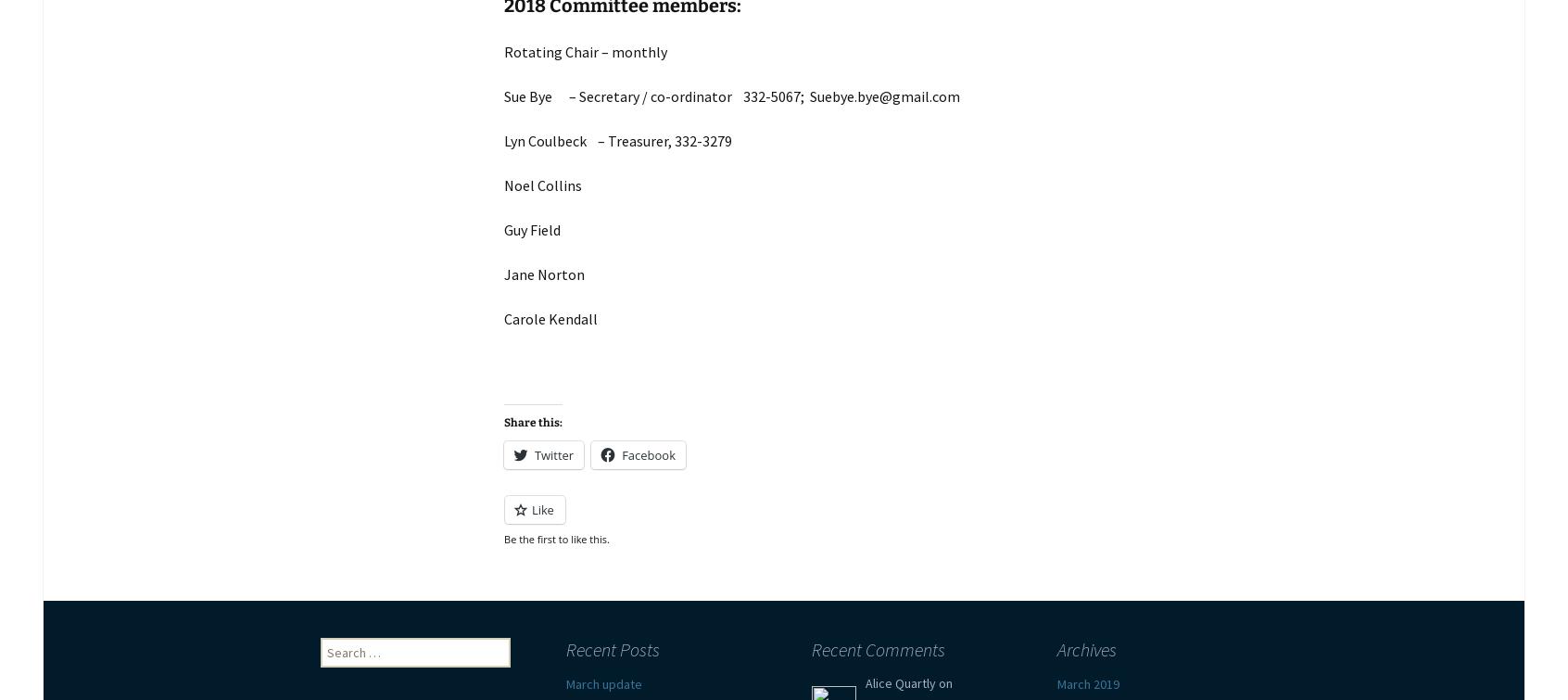 The image size is (1568, 700). What do you see at coordinates (584, 52) in the screenshot?
I see `'Rotating Chair – monthly'` at bounding box center [584, 52].